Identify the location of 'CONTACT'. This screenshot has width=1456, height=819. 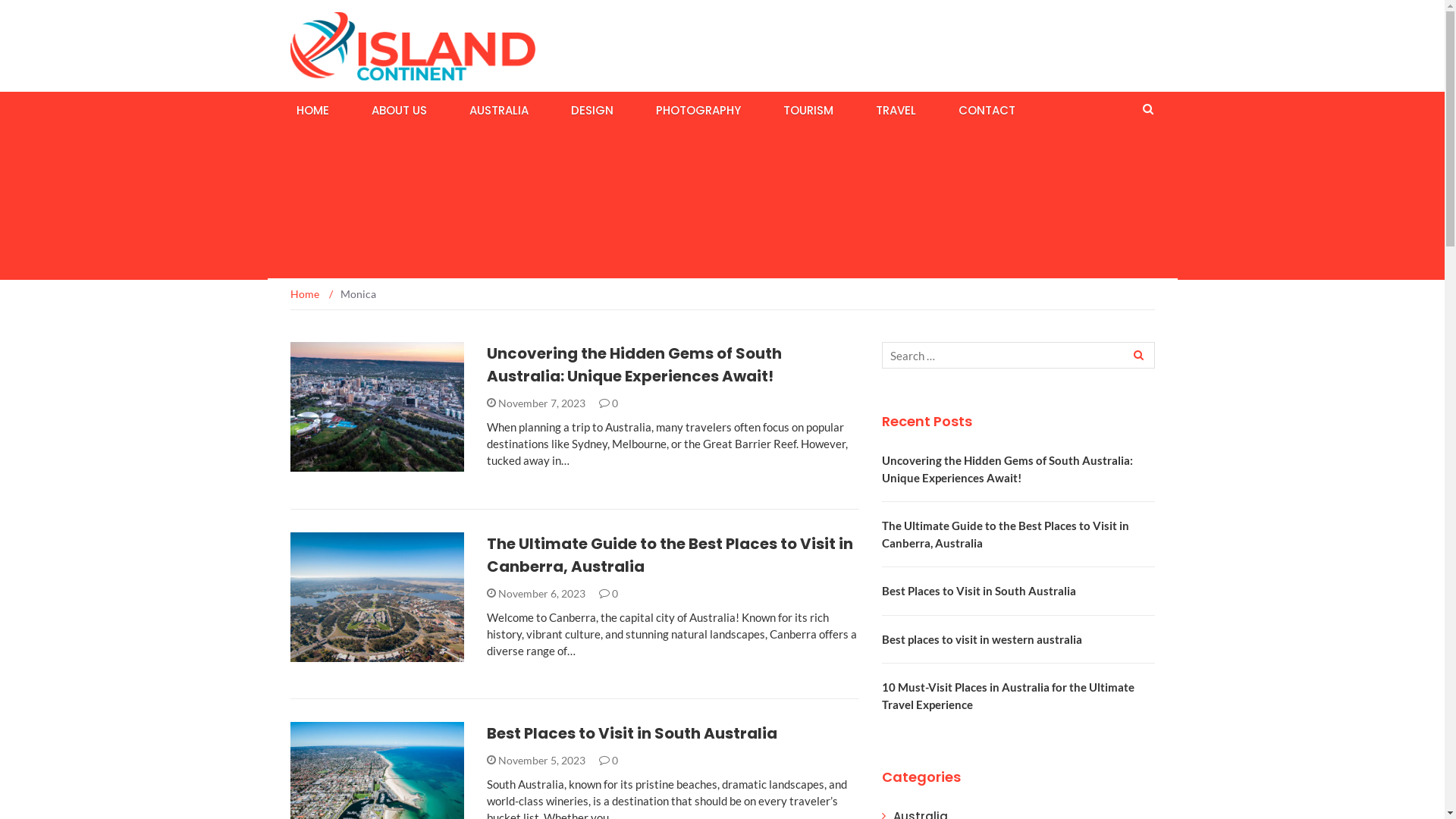
(987, 108).